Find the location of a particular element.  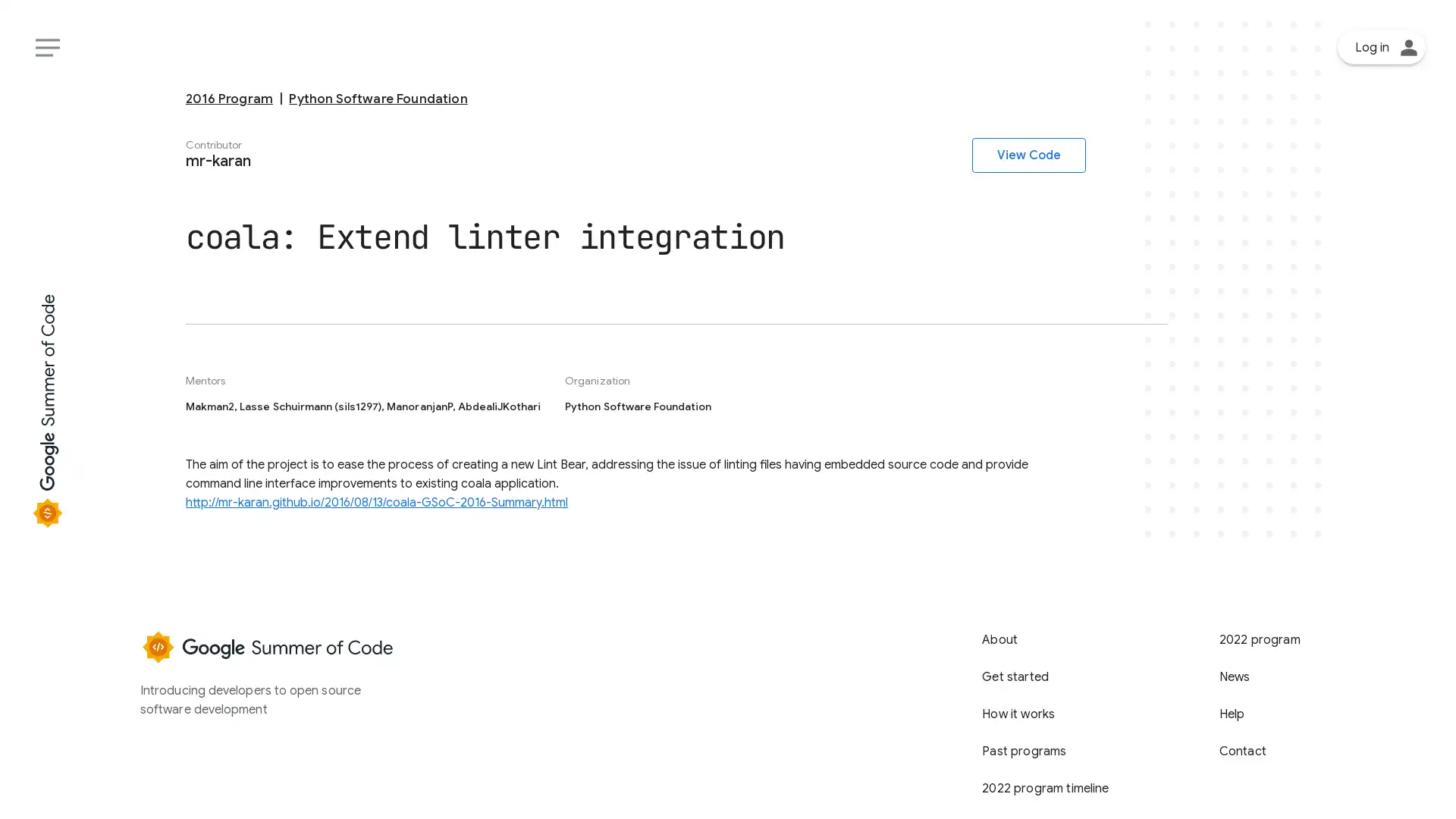

Log in is located at coordinates (1382, 46).